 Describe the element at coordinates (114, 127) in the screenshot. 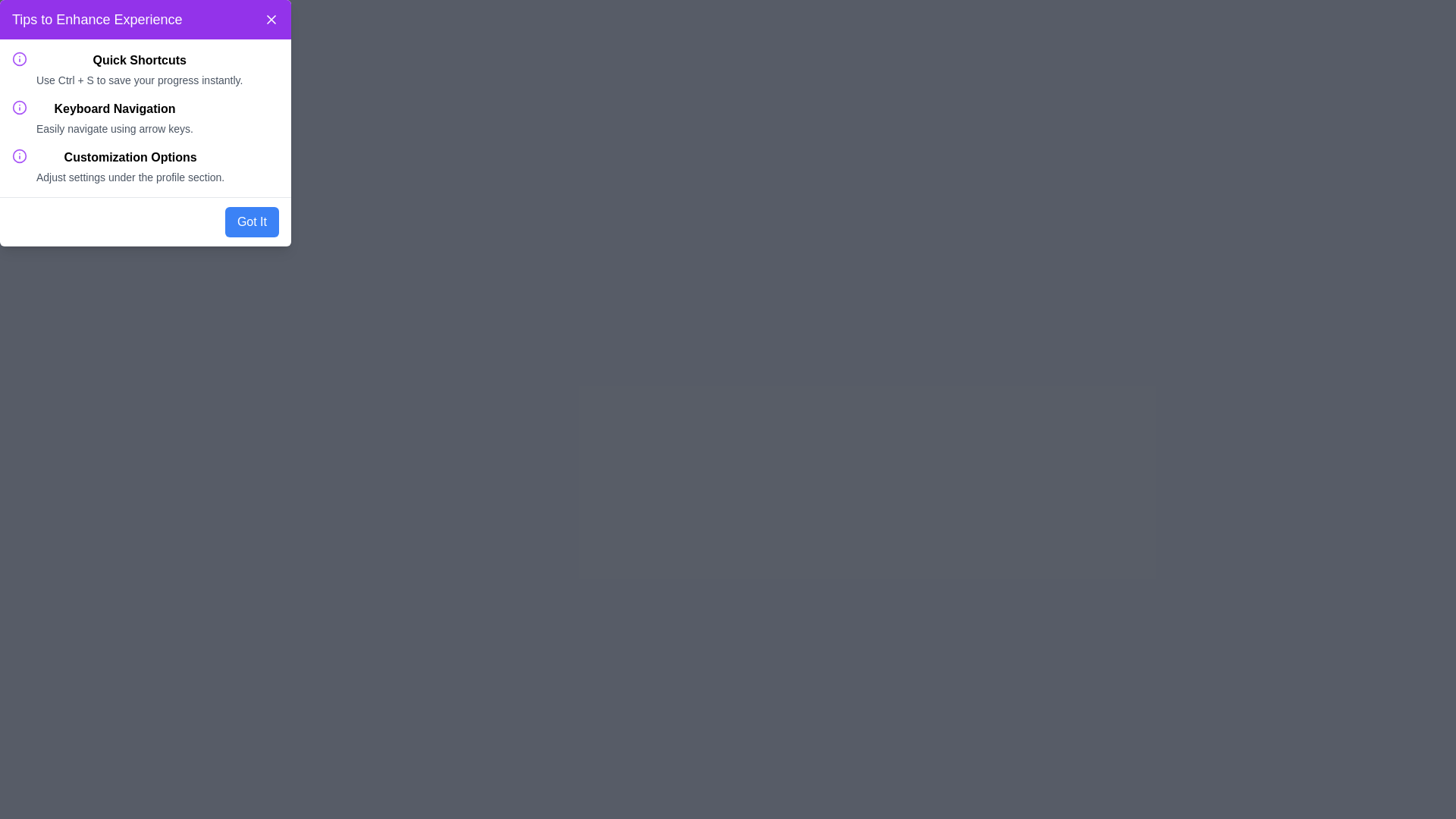

I see `the text element that reads 'Easily navigate using arrow keys.' situated below the 'Keyboard Navigation' heading in the 'Tips to Enhance Experience' modal` at that location.